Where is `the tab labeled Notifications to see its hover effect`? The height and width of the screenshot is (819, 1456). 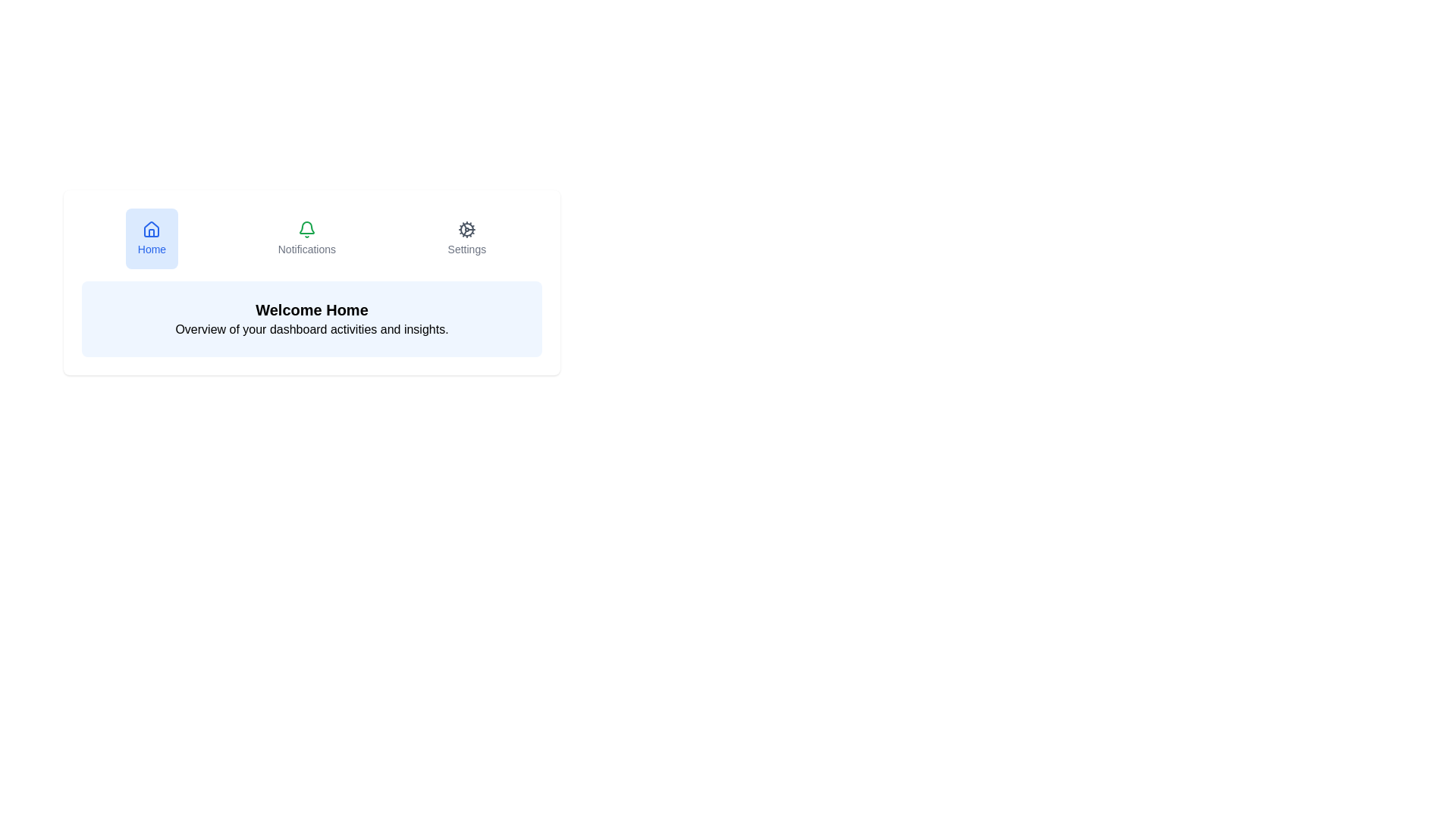 the tab labeled Notifications to see its hover effect is located at coordinates (305, 239).